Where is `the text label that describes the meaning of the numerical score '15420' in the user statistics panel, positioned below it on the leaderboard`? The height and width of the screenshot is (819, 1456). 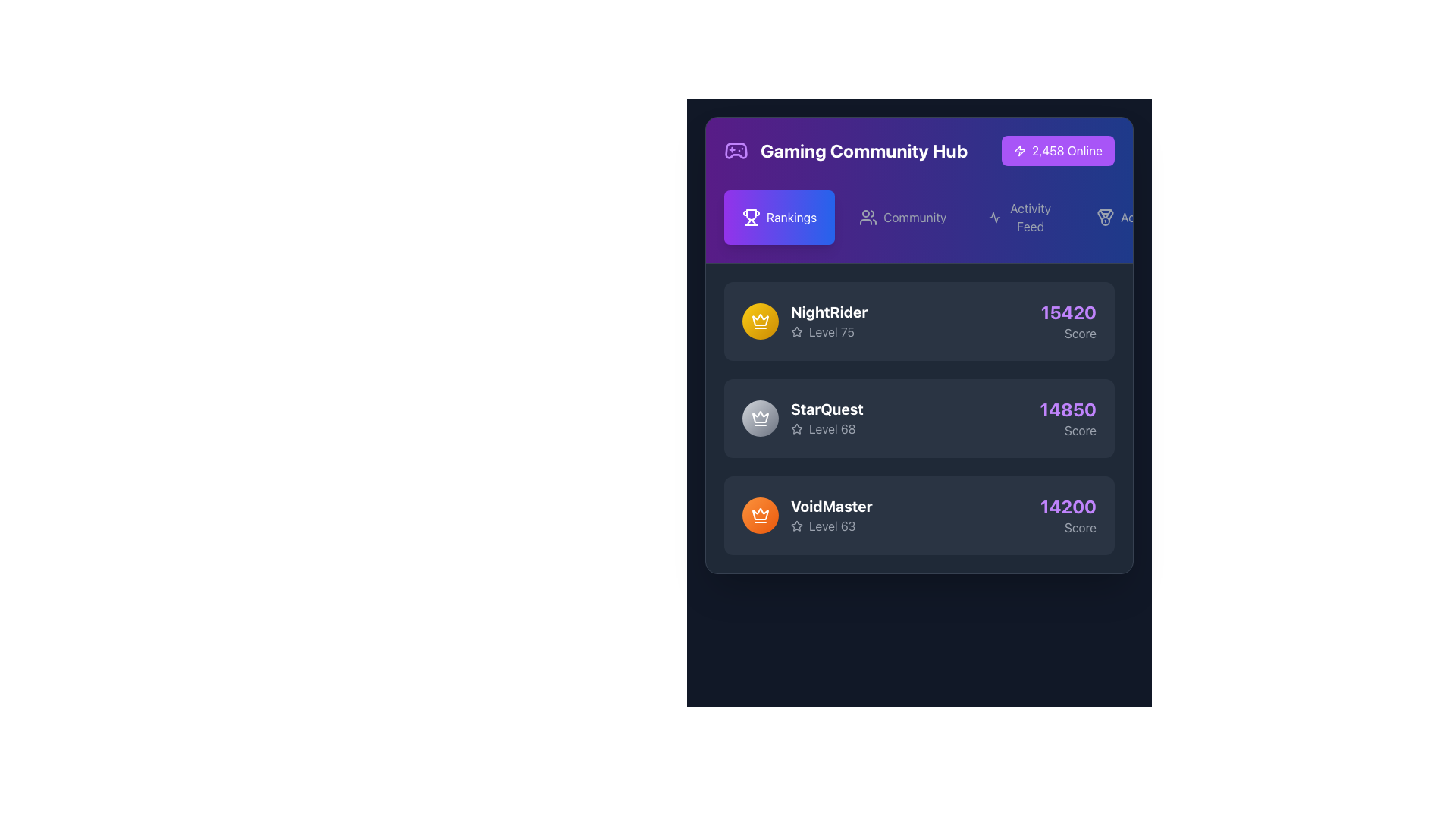
the text label that describes the meaning of the numerical score '15420' in the user statistics panel, positioned below it on the leaderboard is located at coordinates (1068, 332).